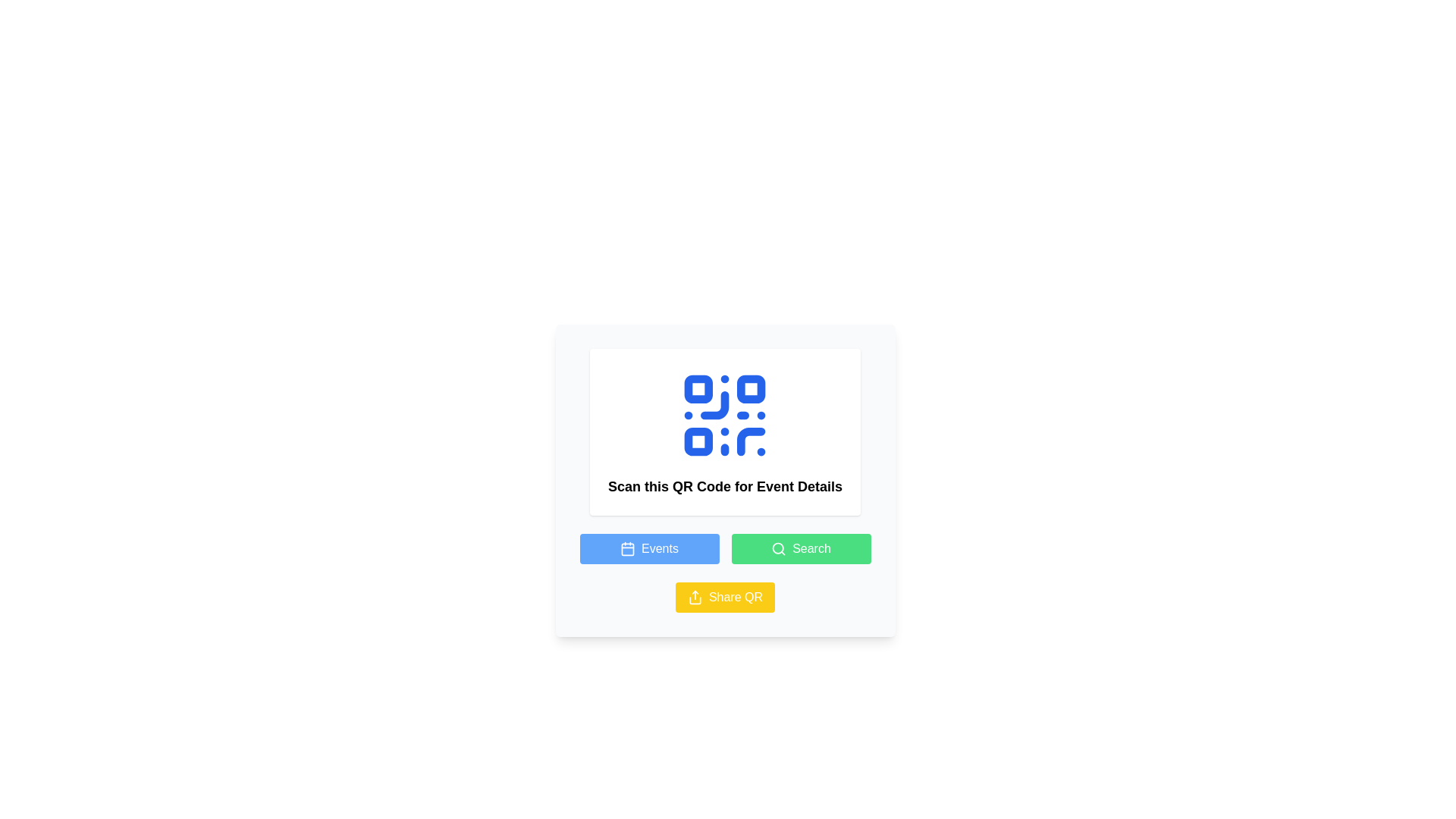  What do you see at coordinates (698, 441) in the screenshot?
I see `the small square with rounded corners and a blue fill located at the bottom left corner of the QR code icon` at bounding box center [698, 441].